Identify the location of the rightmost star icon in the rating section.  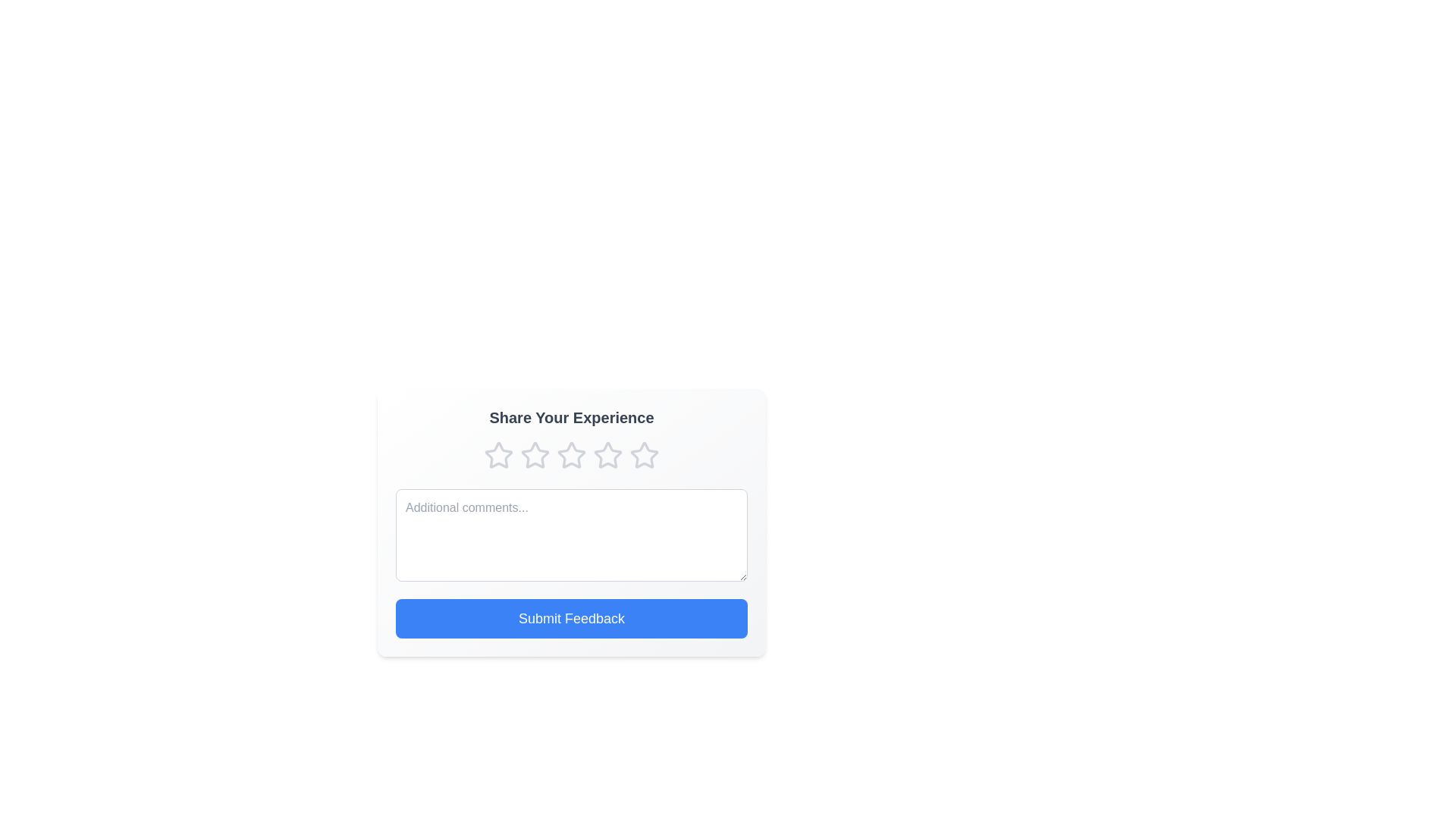
(644, 455).